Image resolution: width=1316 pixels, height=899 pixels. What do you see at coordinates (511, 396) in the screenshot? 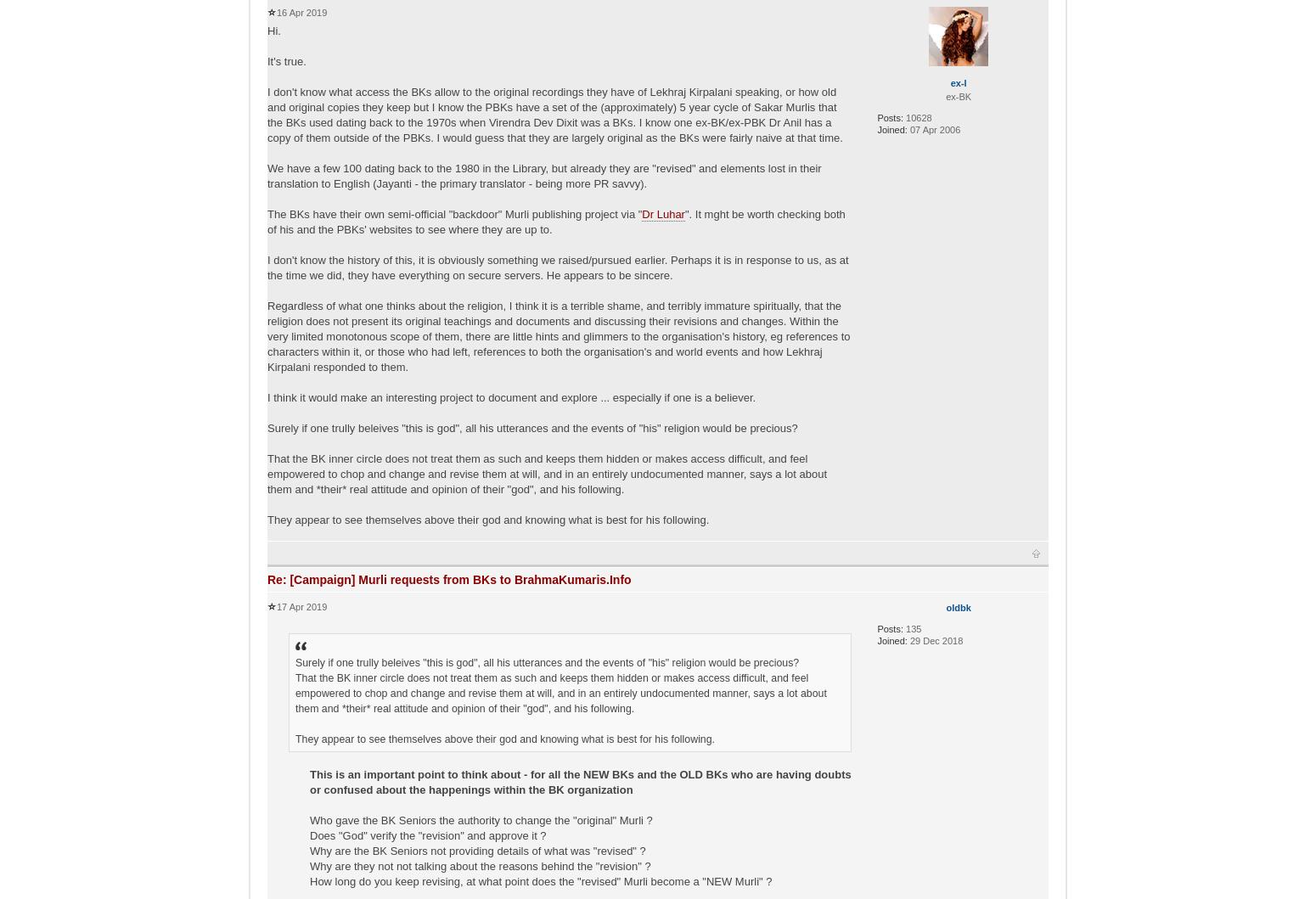
I see `'I think it would make an interesting project to document and explore ... especially if one is a believer.'` at bounding box center [511, 396].